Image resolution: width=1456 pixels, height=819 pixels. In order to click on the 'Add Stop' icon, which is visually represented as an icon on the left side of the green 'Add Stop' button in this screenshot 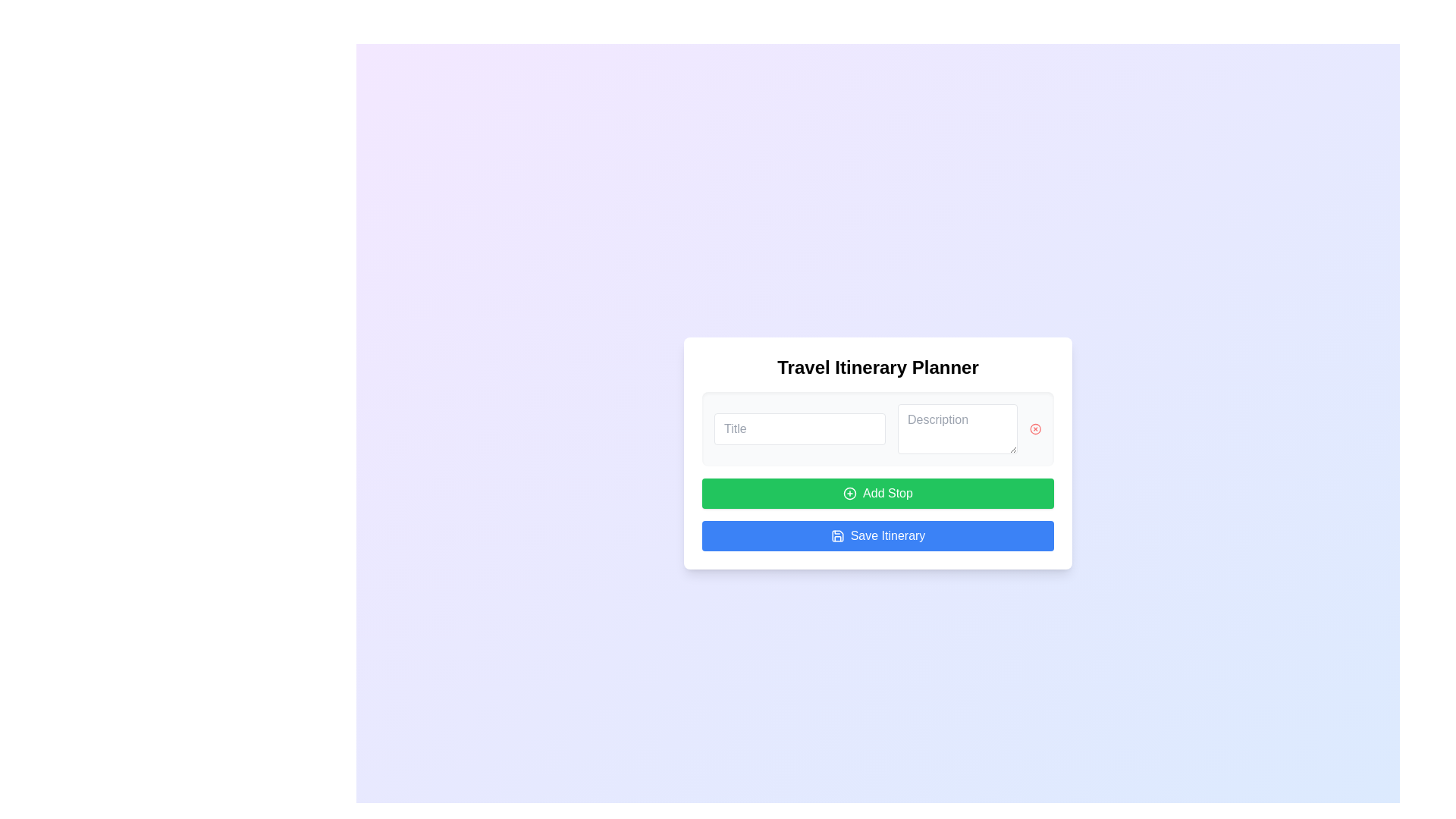, I will do `click(850, 494)`.